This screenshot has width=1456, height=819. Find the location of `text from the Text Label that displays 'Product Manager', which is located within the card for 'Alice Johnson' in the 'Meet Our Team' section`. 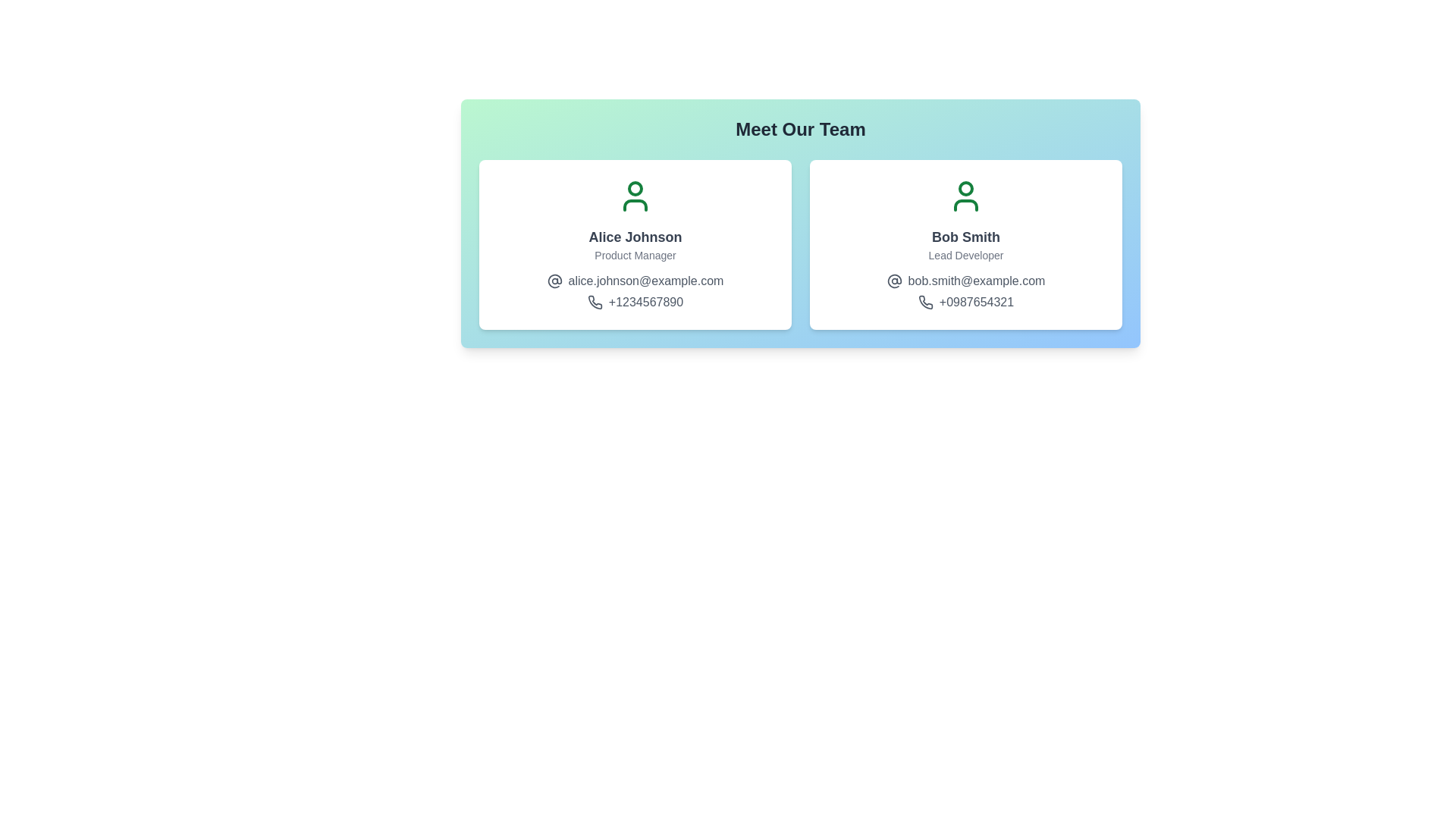

text from the Text Label that displays 'Product Manager', which is located within the card for 'Alice Johnson' in the 'Meet Our Team' section is located at coordinates (635, 254).